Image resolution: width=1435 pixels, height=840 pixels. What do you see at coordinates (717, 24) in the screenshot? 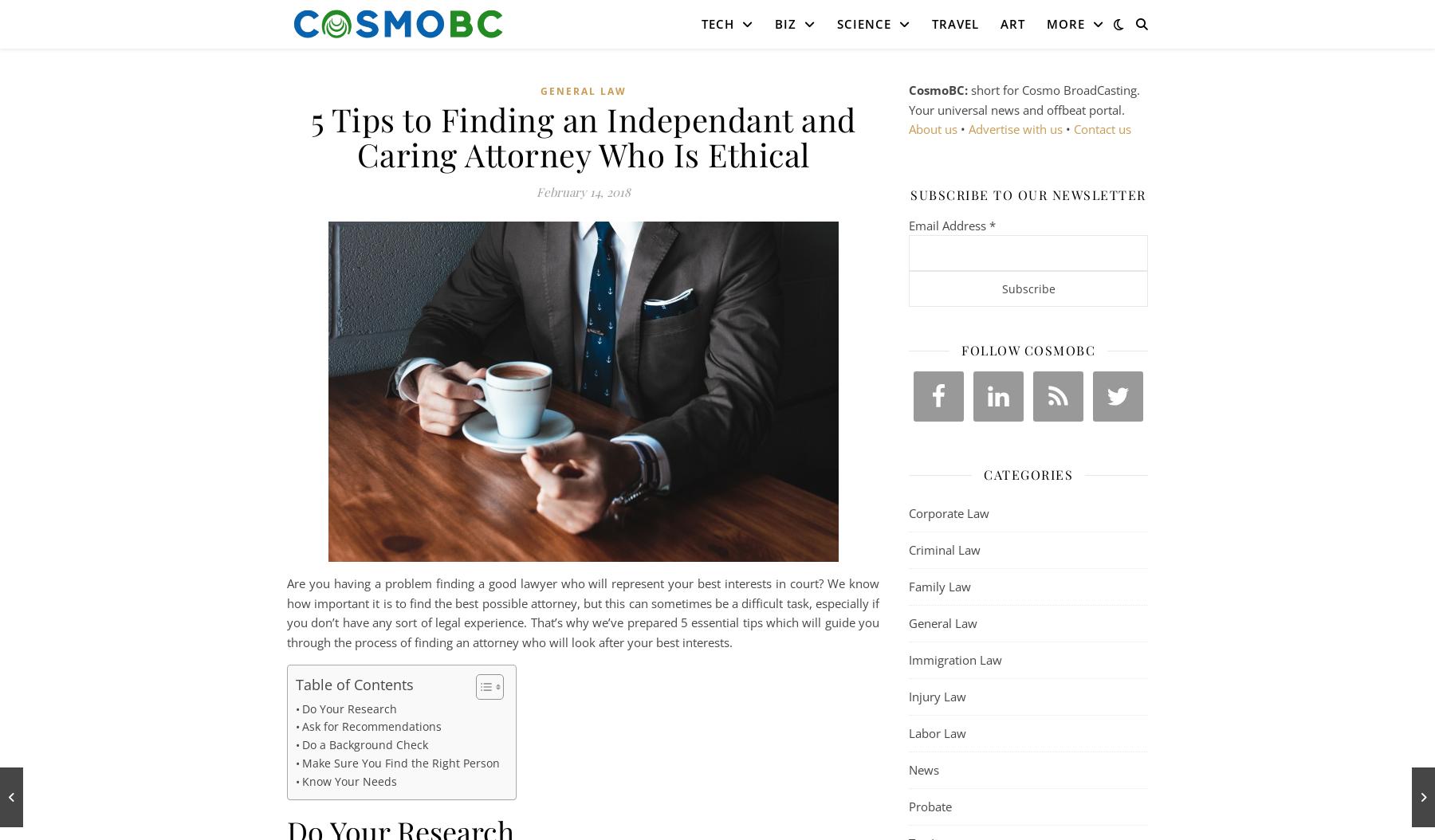
I see `'Tech'` at bounding box center [717, 24].